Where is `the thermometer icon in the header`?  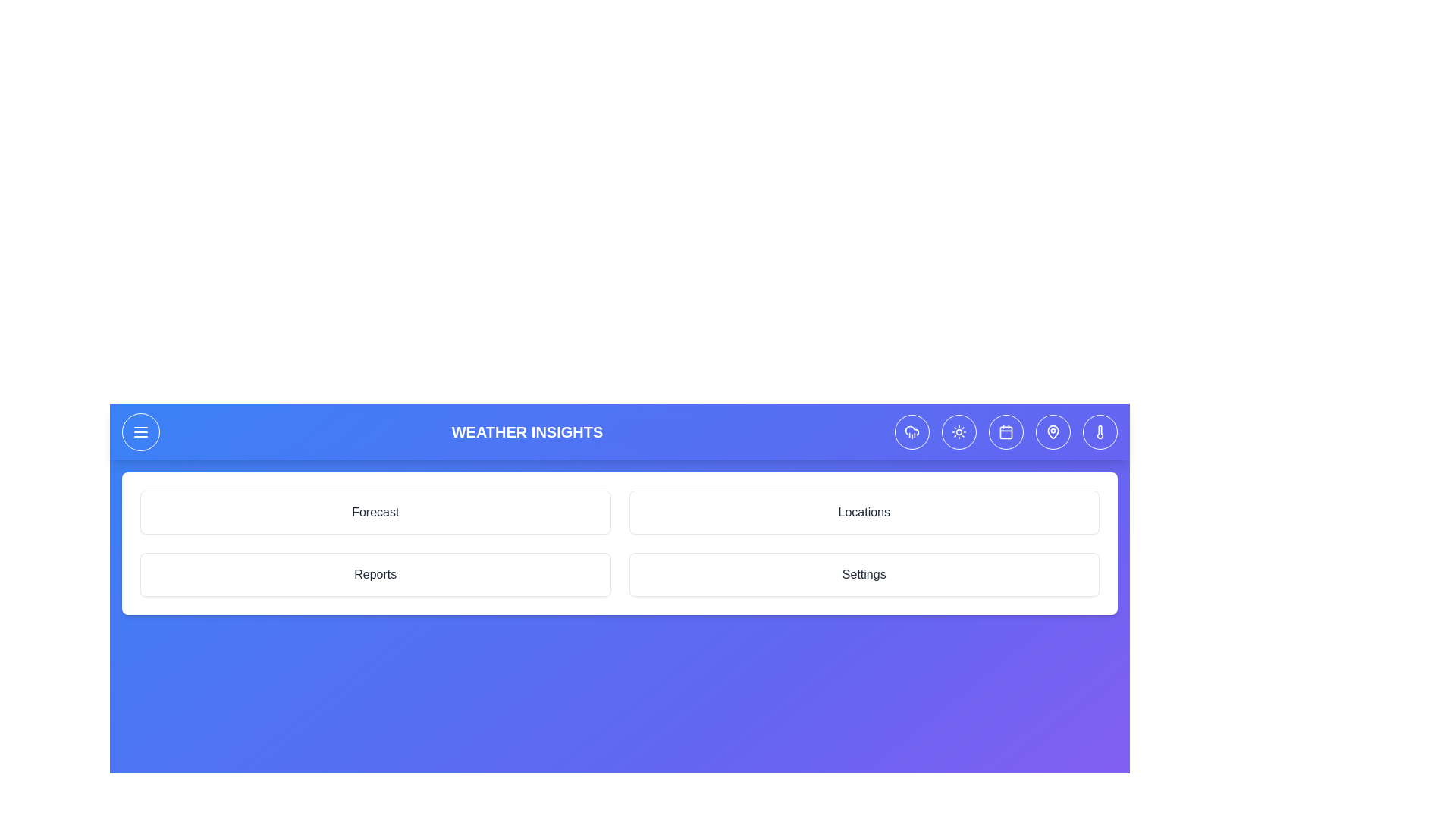 the thermometer icon in the header is located at coordinates (1100, 432).